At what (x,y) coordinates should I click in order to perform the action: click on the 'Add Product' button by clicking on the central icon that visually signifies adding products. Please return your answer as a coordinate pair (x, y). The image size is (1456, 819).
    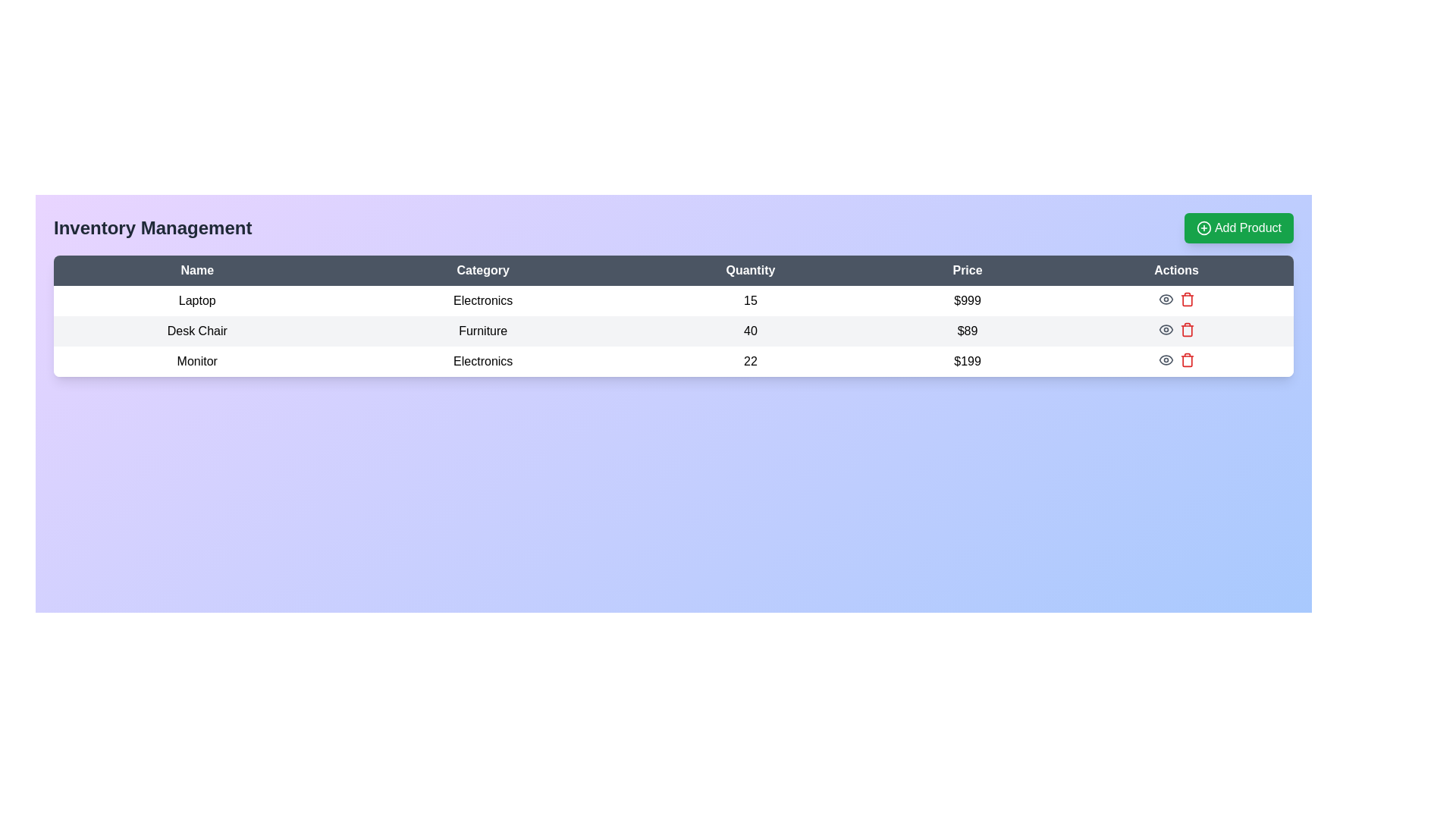
    Looking at the image, I should click on (1203, 227).